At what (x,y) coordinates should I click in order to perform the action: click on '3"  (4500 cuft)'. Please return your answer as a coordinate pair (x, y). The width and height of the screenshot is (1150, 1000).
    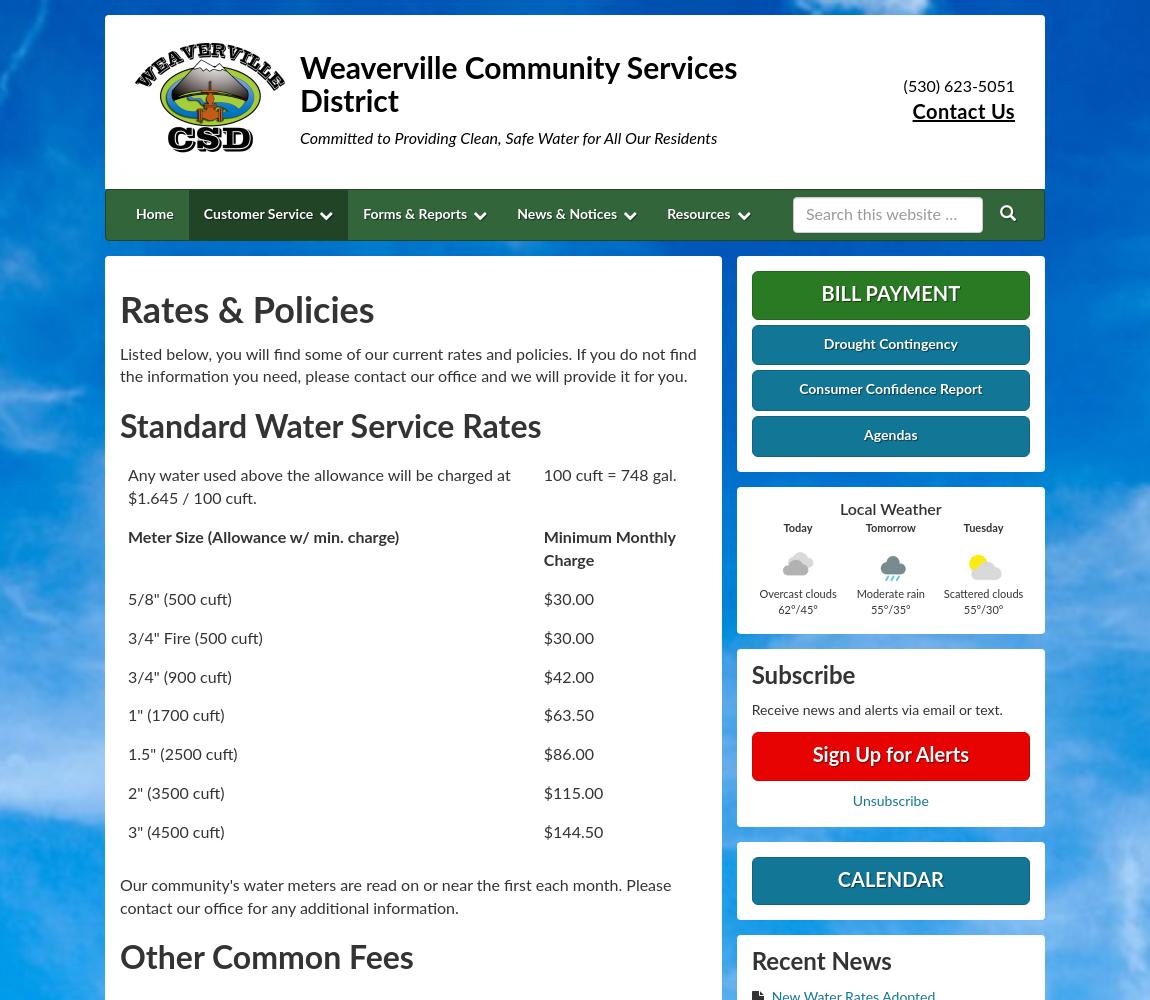
    Looking at the image, I should click on (174, 831).